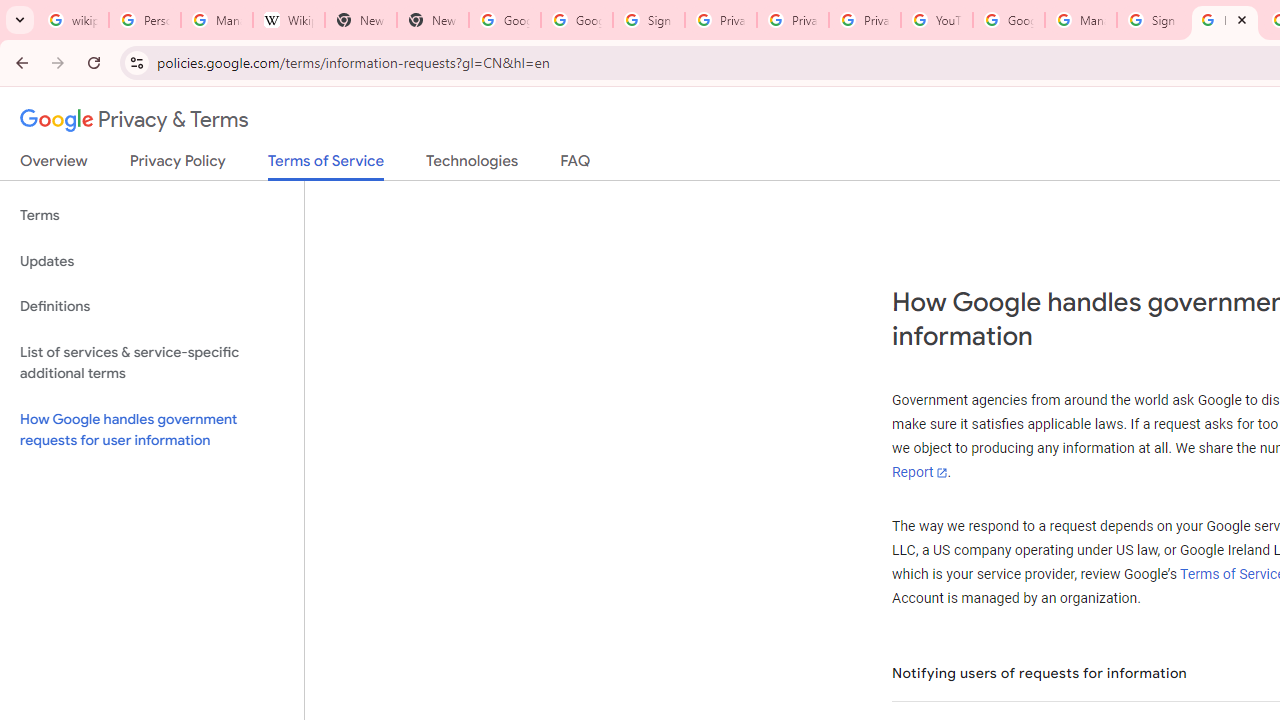 This screenshot has height=720, width=1280. Describe the element at coordinates (151, 306) in the screenshot. I see `'Definitions'` at that location.